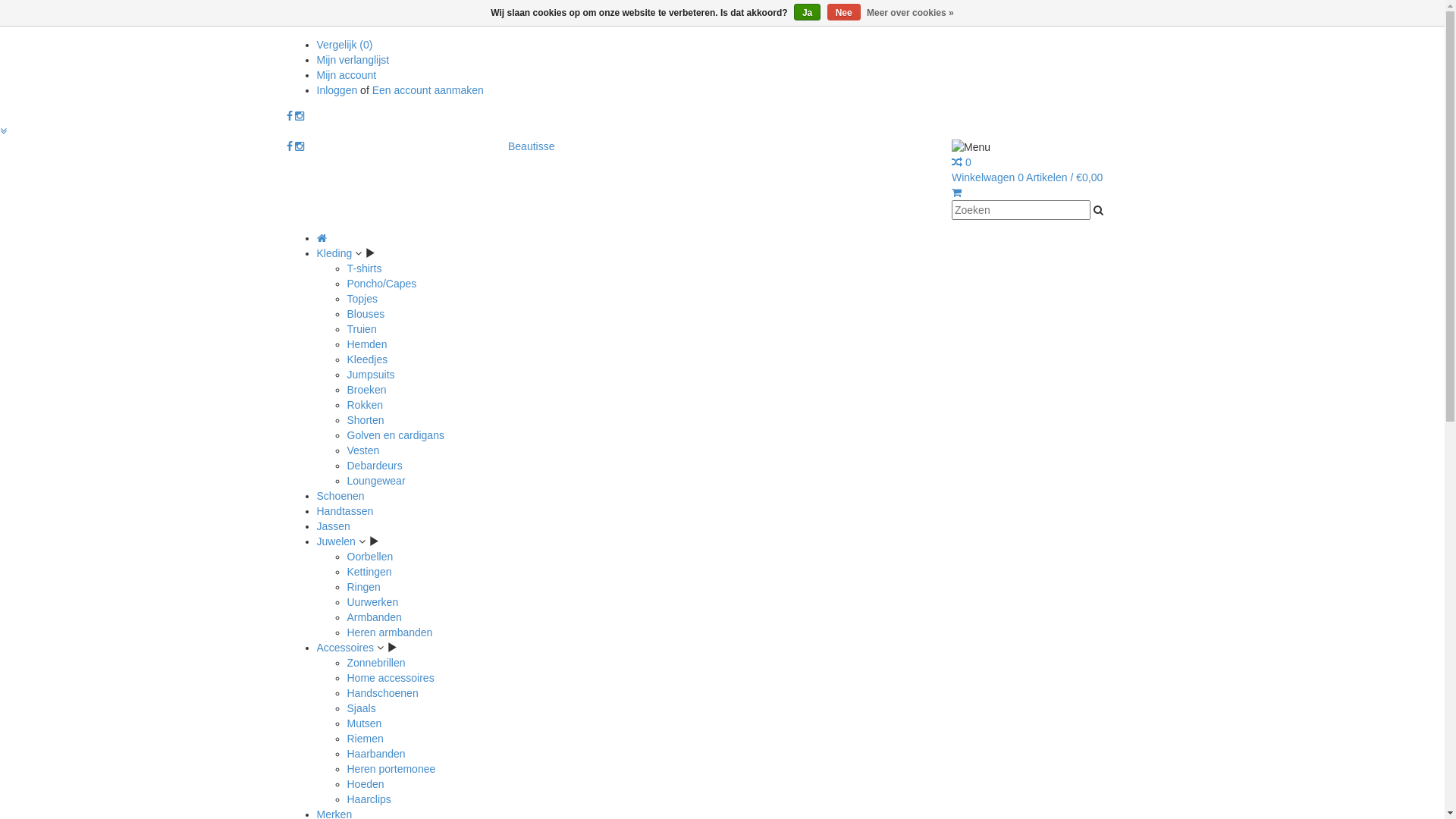 The width and height of the screenshot is (1456, 819). Describe the element at coordinates (346, 284) in the screenshot. I see `'Poncho/Capes'` at that location.